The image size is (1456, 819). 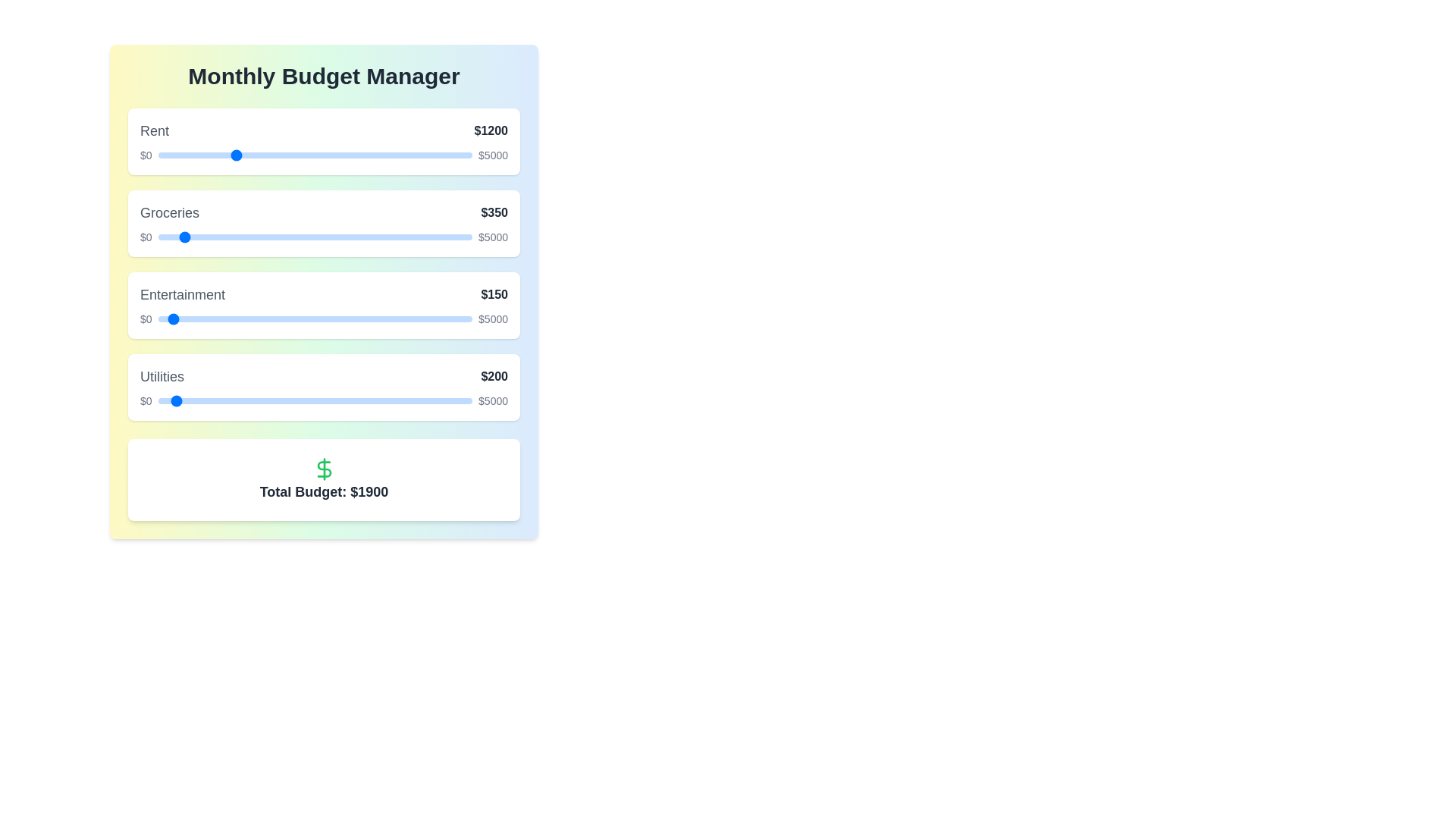 I want to click on the utility budget slider, so click(x=208, y=400).